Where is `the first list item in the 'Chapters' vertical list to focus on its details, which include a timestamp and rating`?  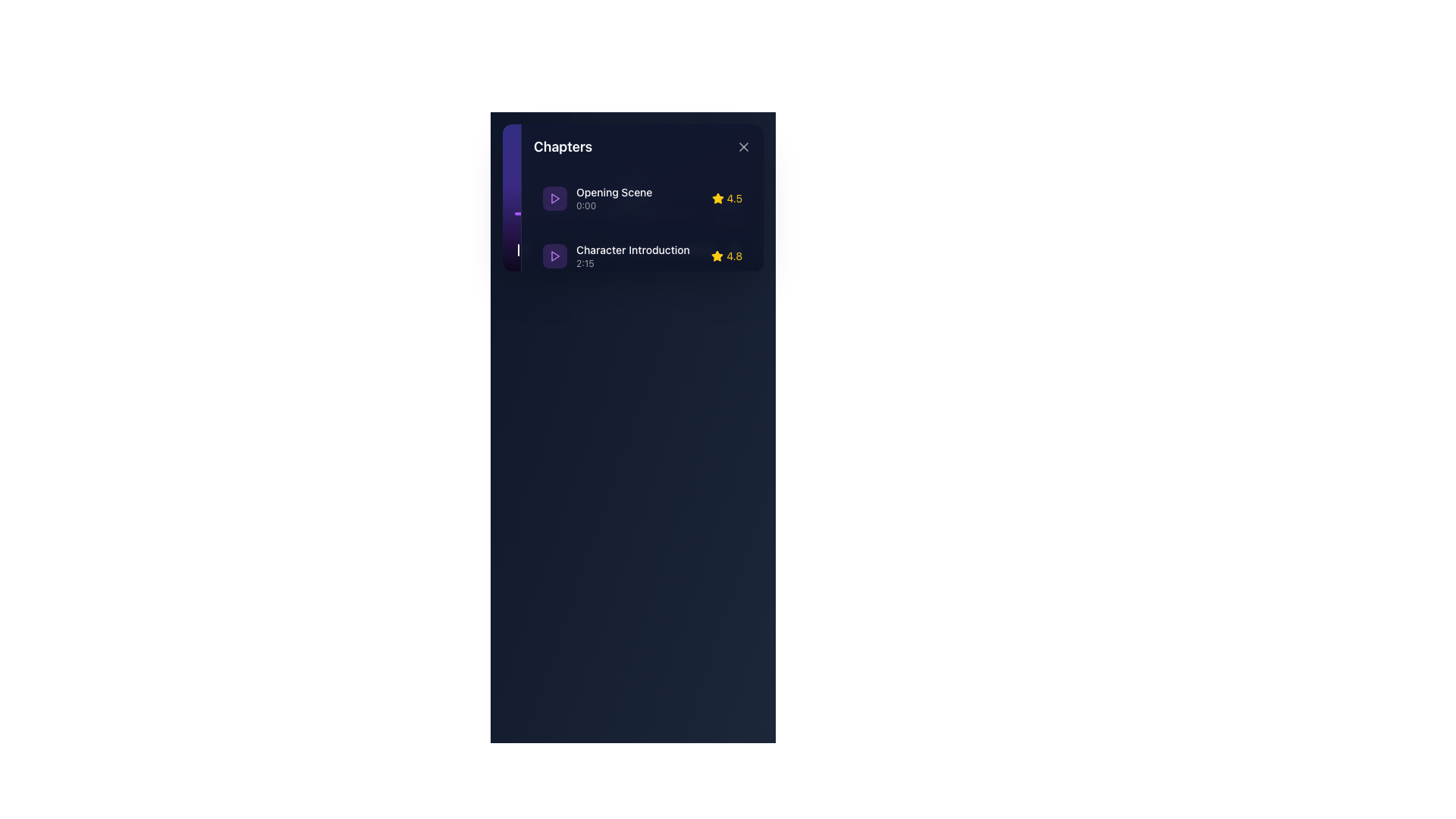 the first list item in the 'Chapters' vertical list to focus on its details, which include a timestamp and rating is located at coordinates (633, 196).